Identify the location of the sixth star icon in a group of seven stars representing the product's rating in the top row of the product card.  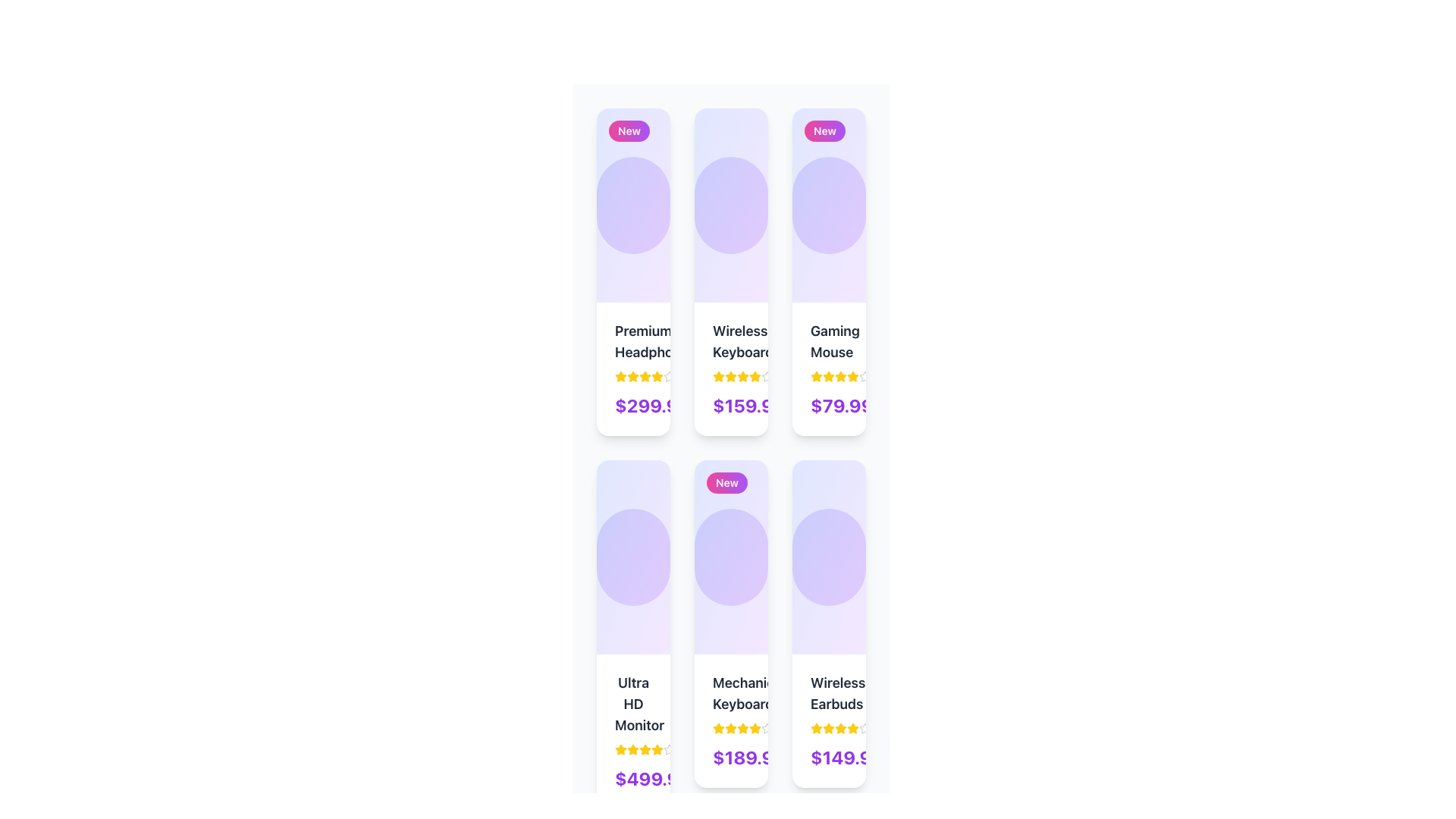
(852, 376).